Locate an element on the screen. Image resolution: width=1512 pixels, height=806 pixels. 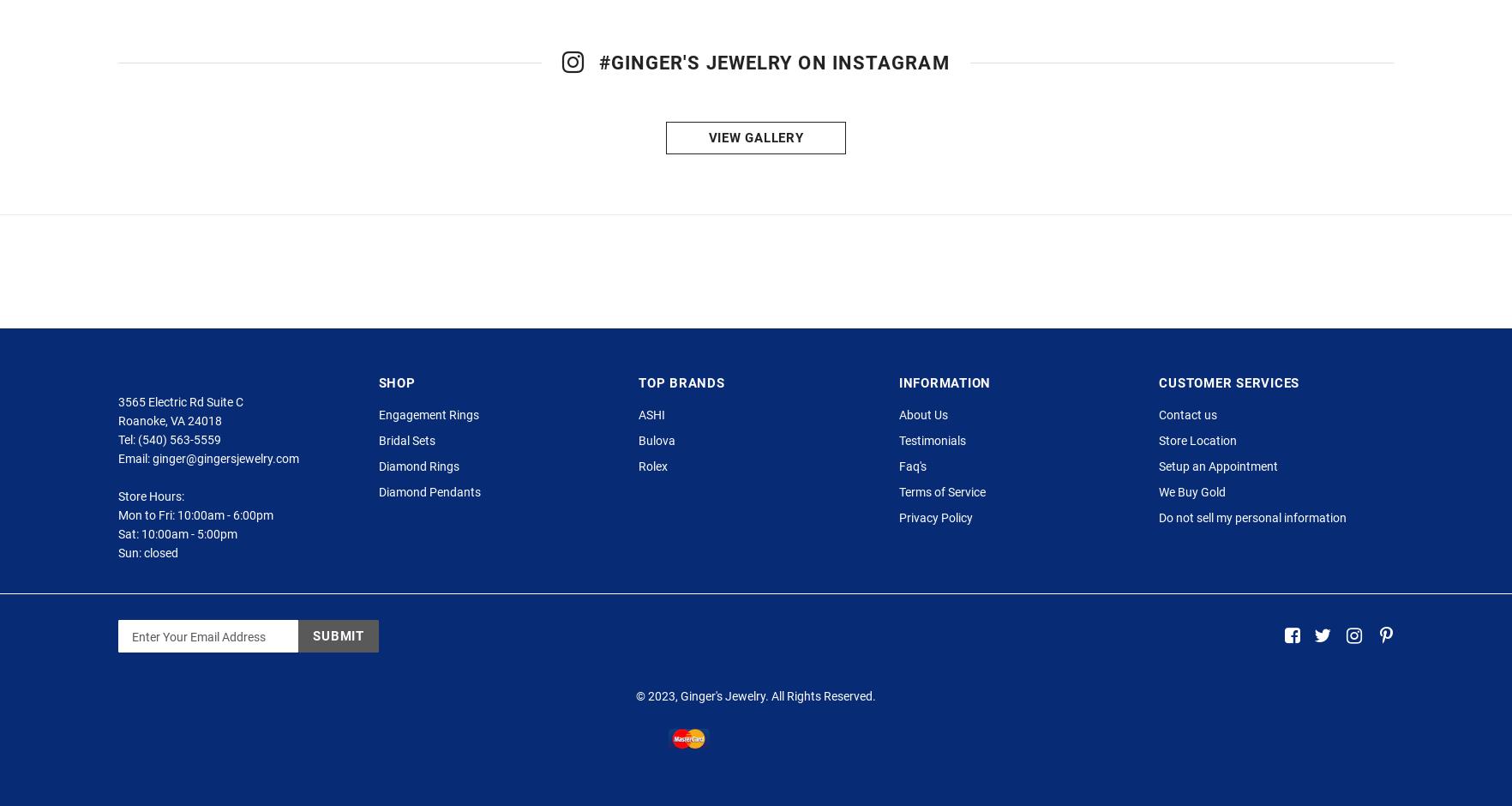
'Store Hours:' is located at coordinates (151, 569).